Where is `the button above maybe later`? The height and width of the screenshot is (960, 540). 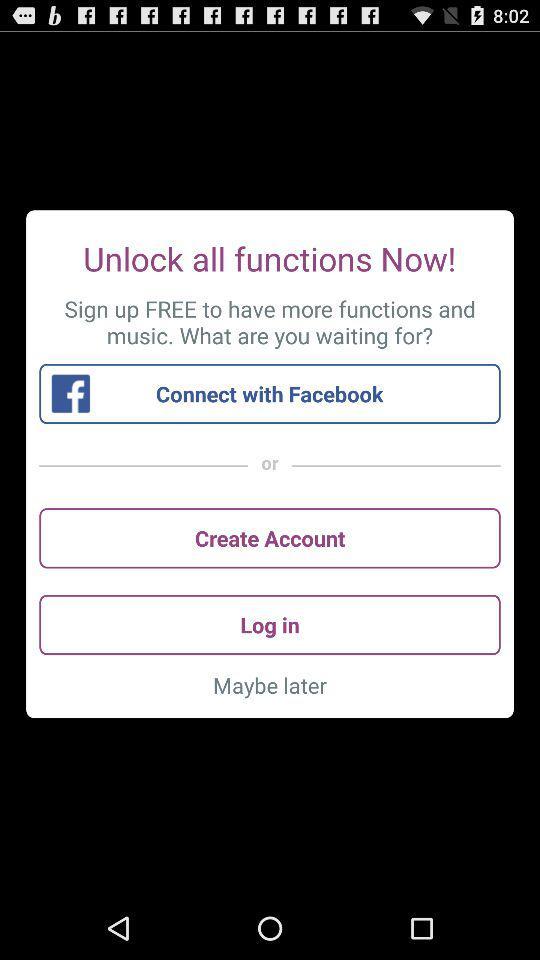
the button above maybe later is located at coordinates (270, 623).